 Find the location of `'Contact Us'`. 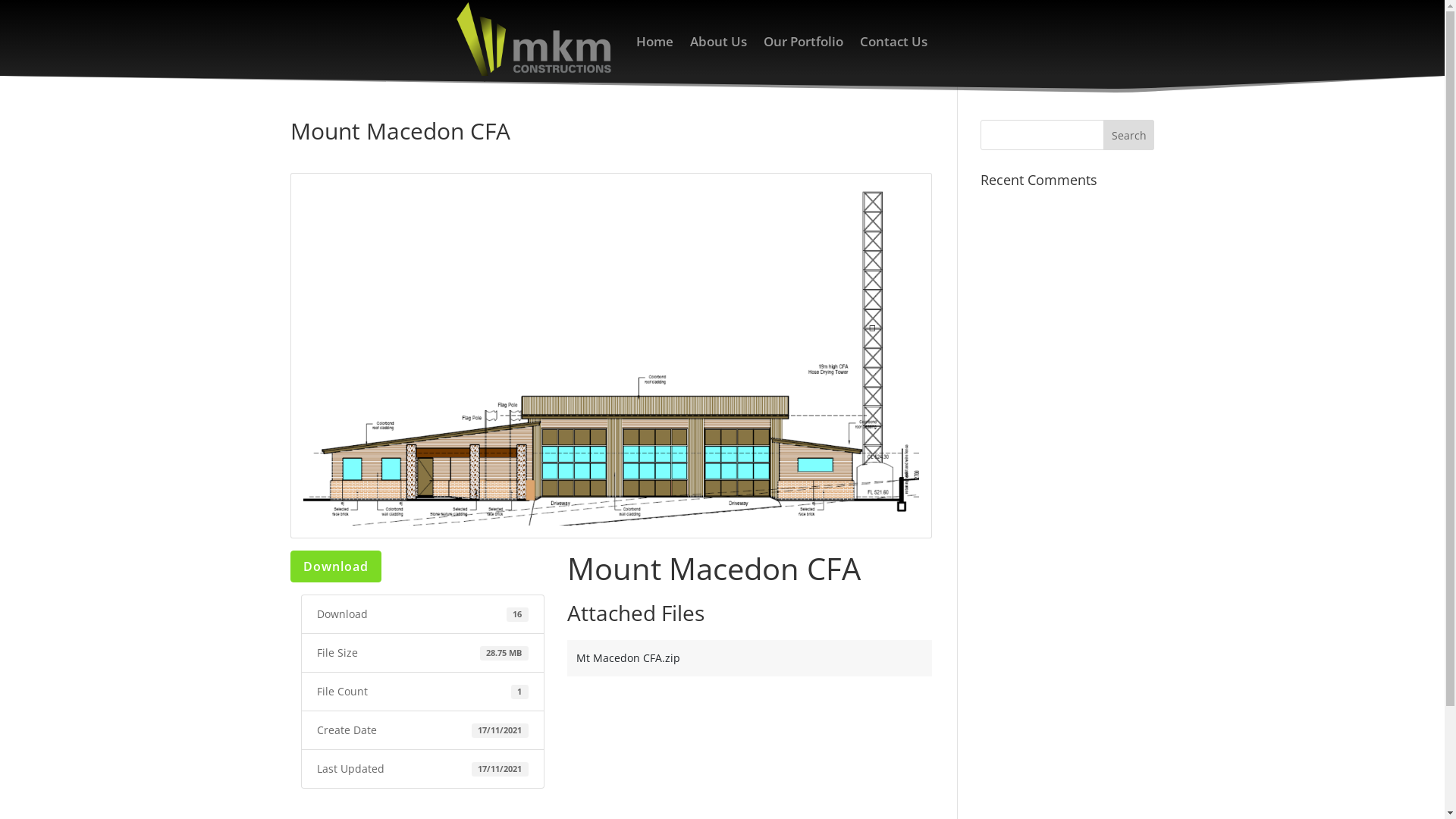

'Contact Us' is located at coordinates (859, 41).